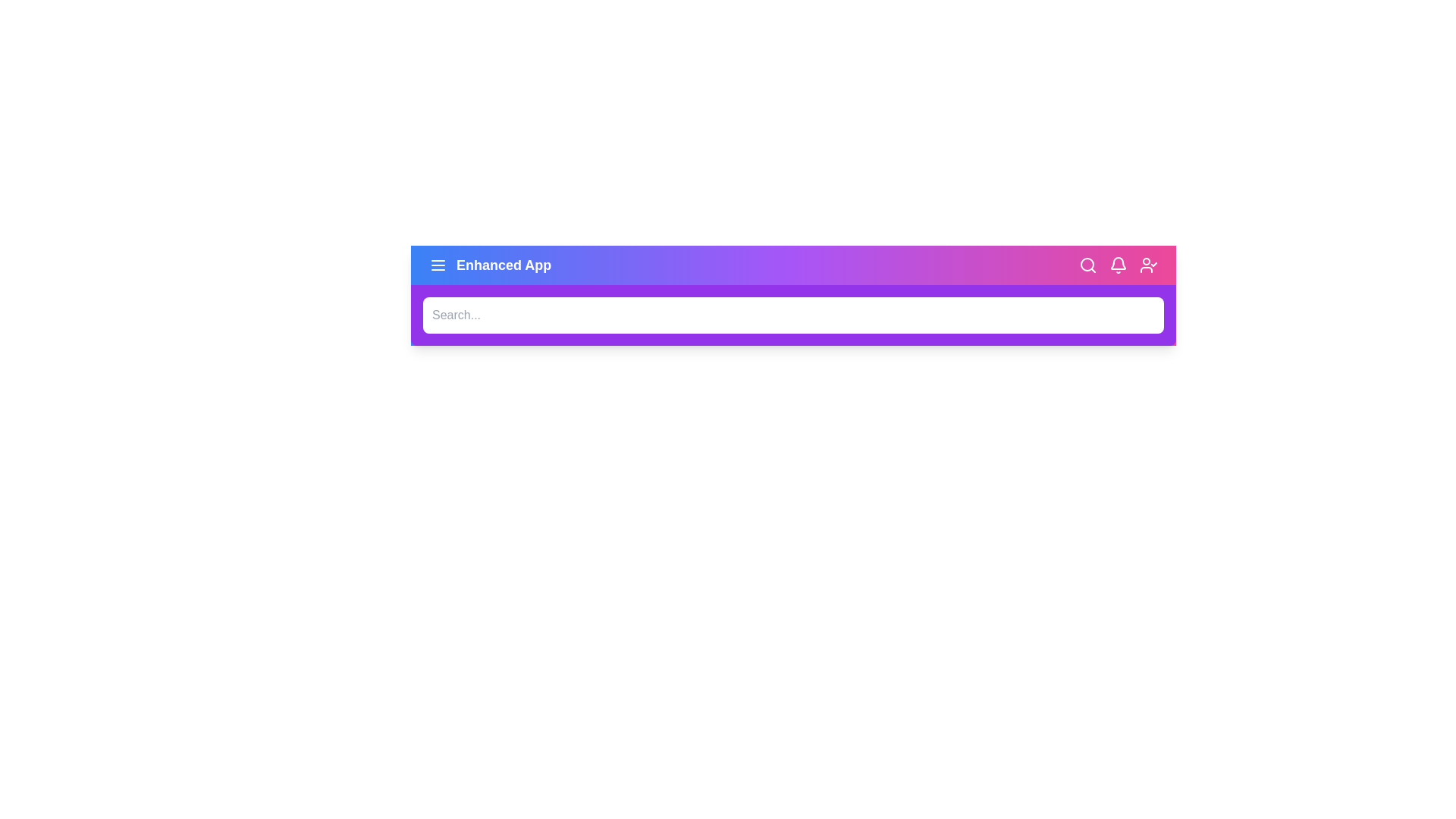 This screenshot has width=1456, height=819. Describe the element at coordinates (1087, 265) in the screenshot. I see `the 'Search' icon to toggle the visibility of the search bar` at that location.